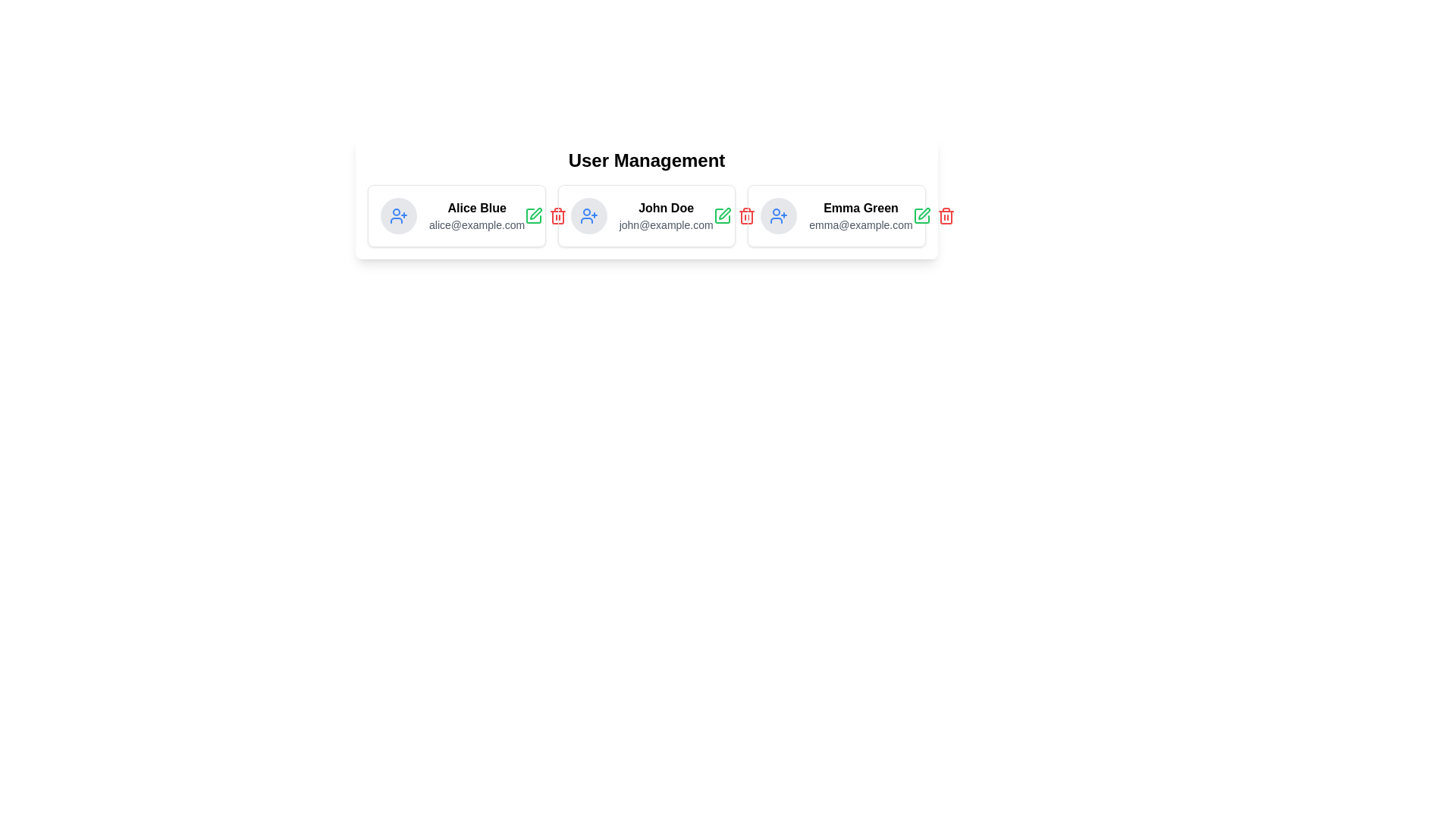 Image resolution: width=1456 pixels, height=819 pixels. I want to click on the delete icon button located in the User Management section, to the right of the entry for 'John Doe' (john@example.com). This button is the second in the action icons row, so click(734, 216).